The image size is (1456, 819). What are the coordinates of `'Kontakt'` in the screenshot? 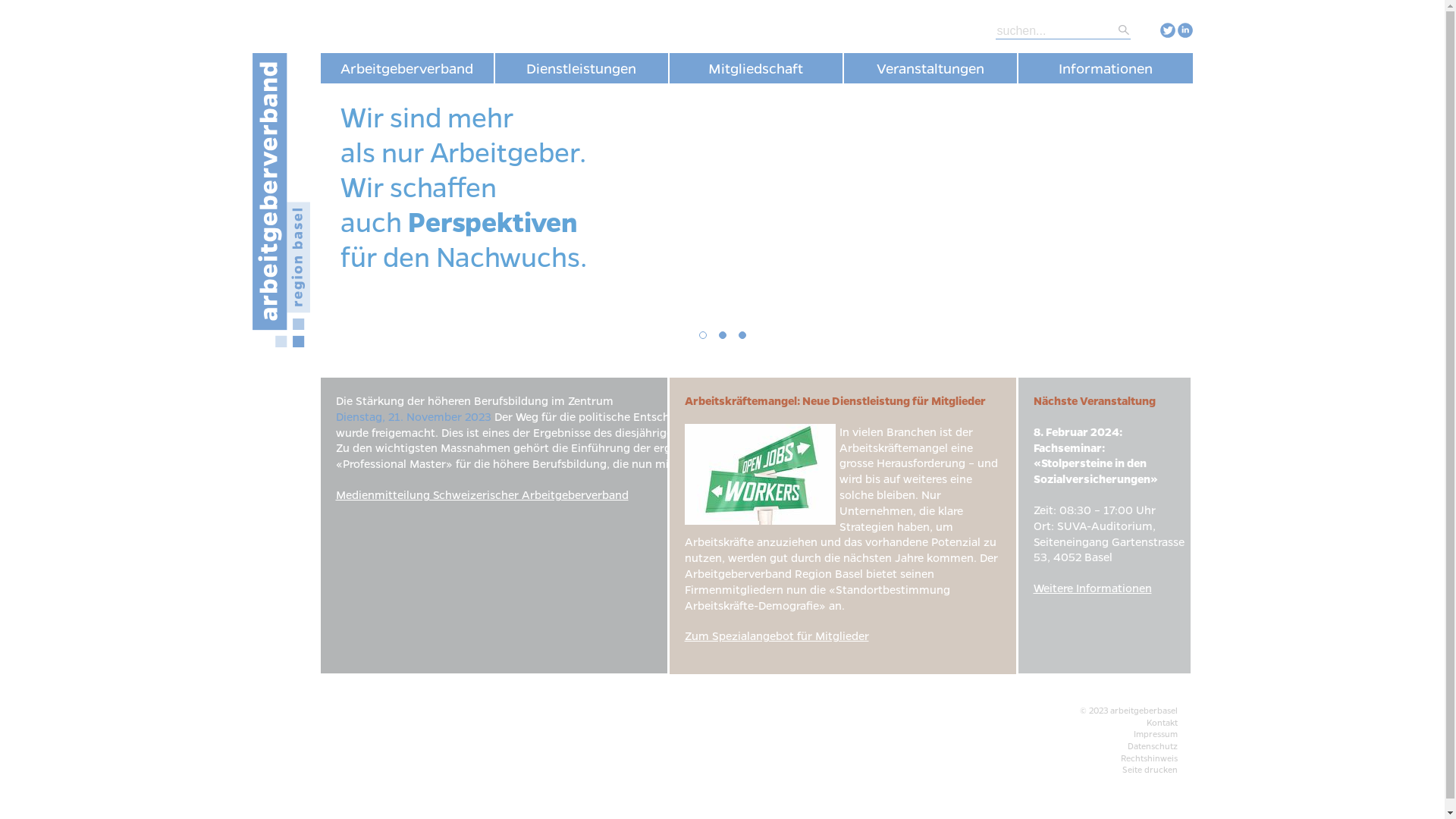 It's located at (1161, 721).